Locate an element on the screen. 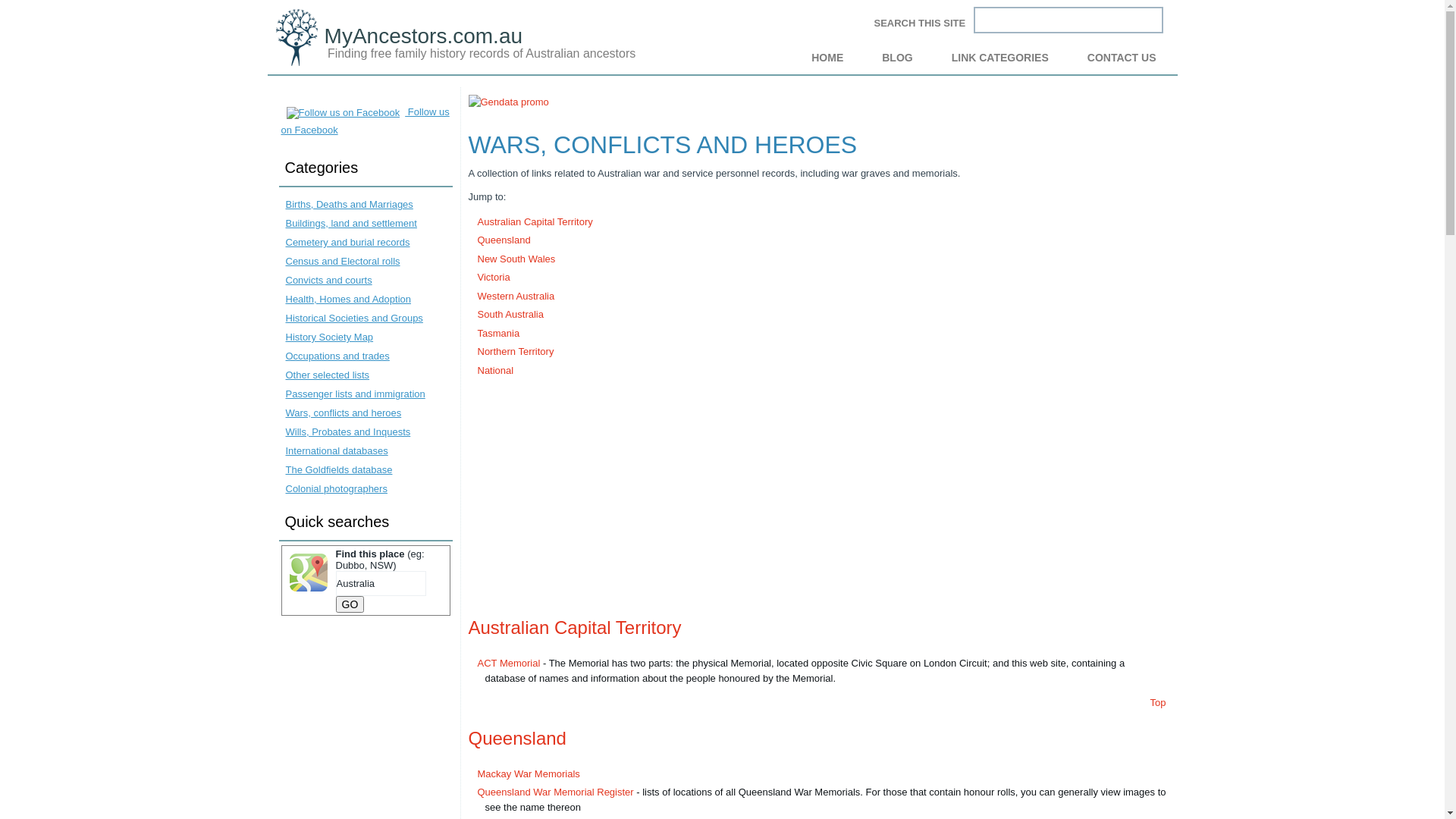 This screenshot has height=819, width=1456. 'Colonial photographers' is located at coordinates (334, 488).